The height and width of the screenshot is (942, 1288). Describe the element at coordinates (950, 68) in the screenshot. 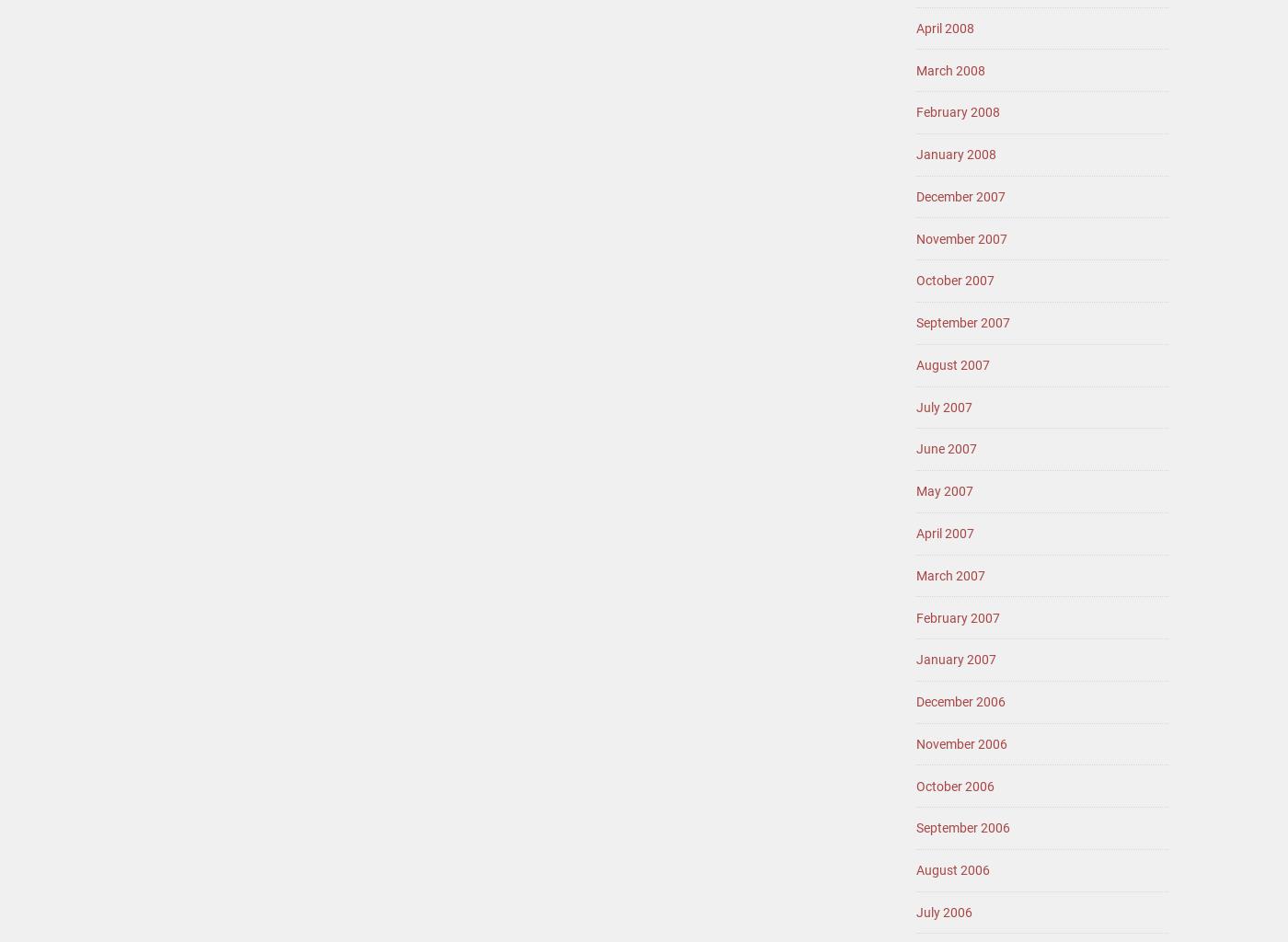

I see `'March 2008'` at that location.